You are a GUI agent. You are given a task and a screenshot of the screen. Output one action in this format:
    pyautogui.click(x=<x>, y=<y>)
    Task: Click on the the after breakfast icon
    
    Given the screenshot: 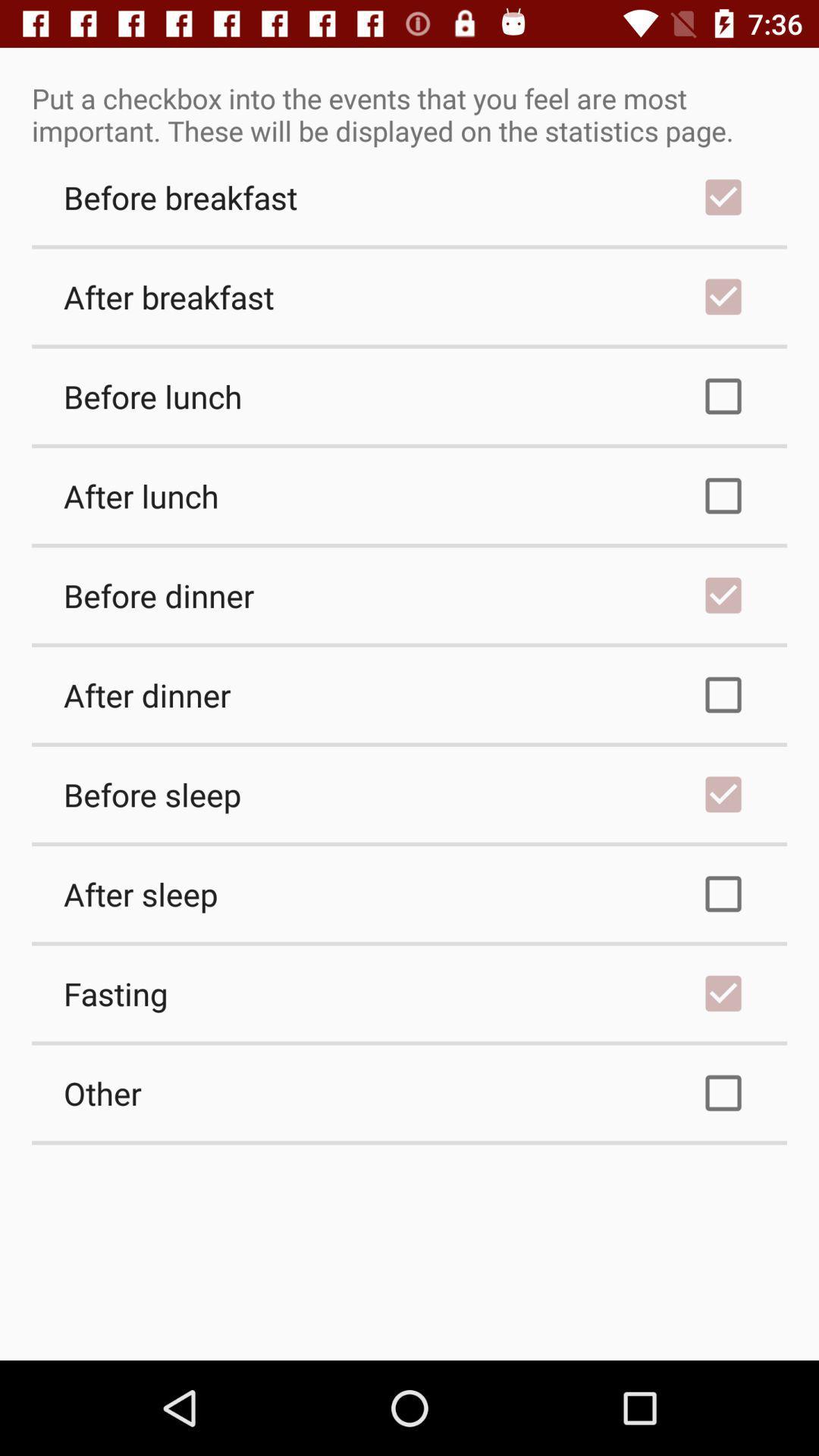 What is the action you would take?
    pyautogui.click(x=409, y=297)
    